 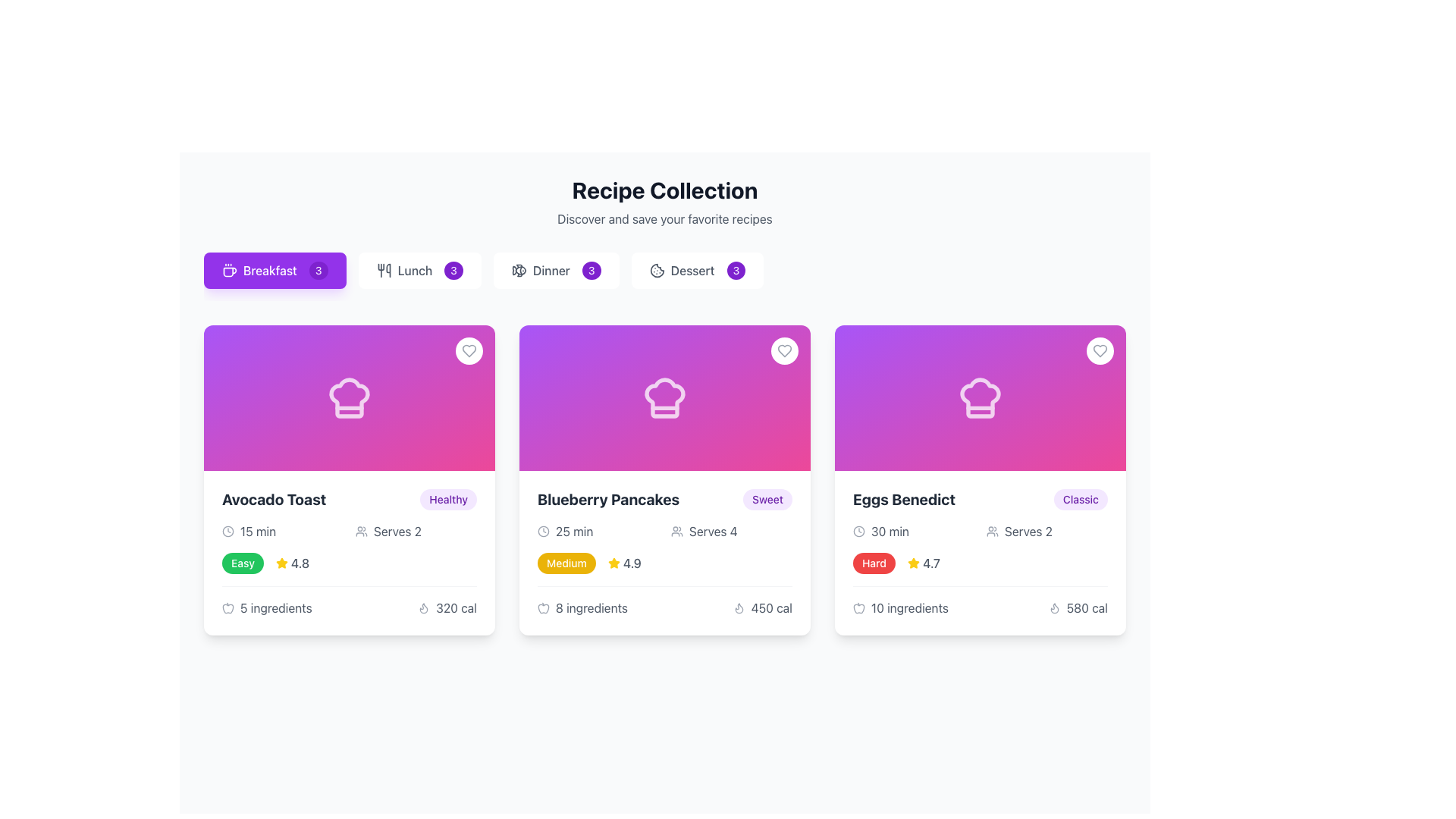 What do you see at coordinates (348, 563) in the screenshot?
I see `the displayed information of the difficulty label and rating score, which is a green pill-shaped badge with the text 'Easy' and a yellow star icon followed by the number 4.8, located centrally within the details section of the first recipe card` at bounding box center [348, 563].